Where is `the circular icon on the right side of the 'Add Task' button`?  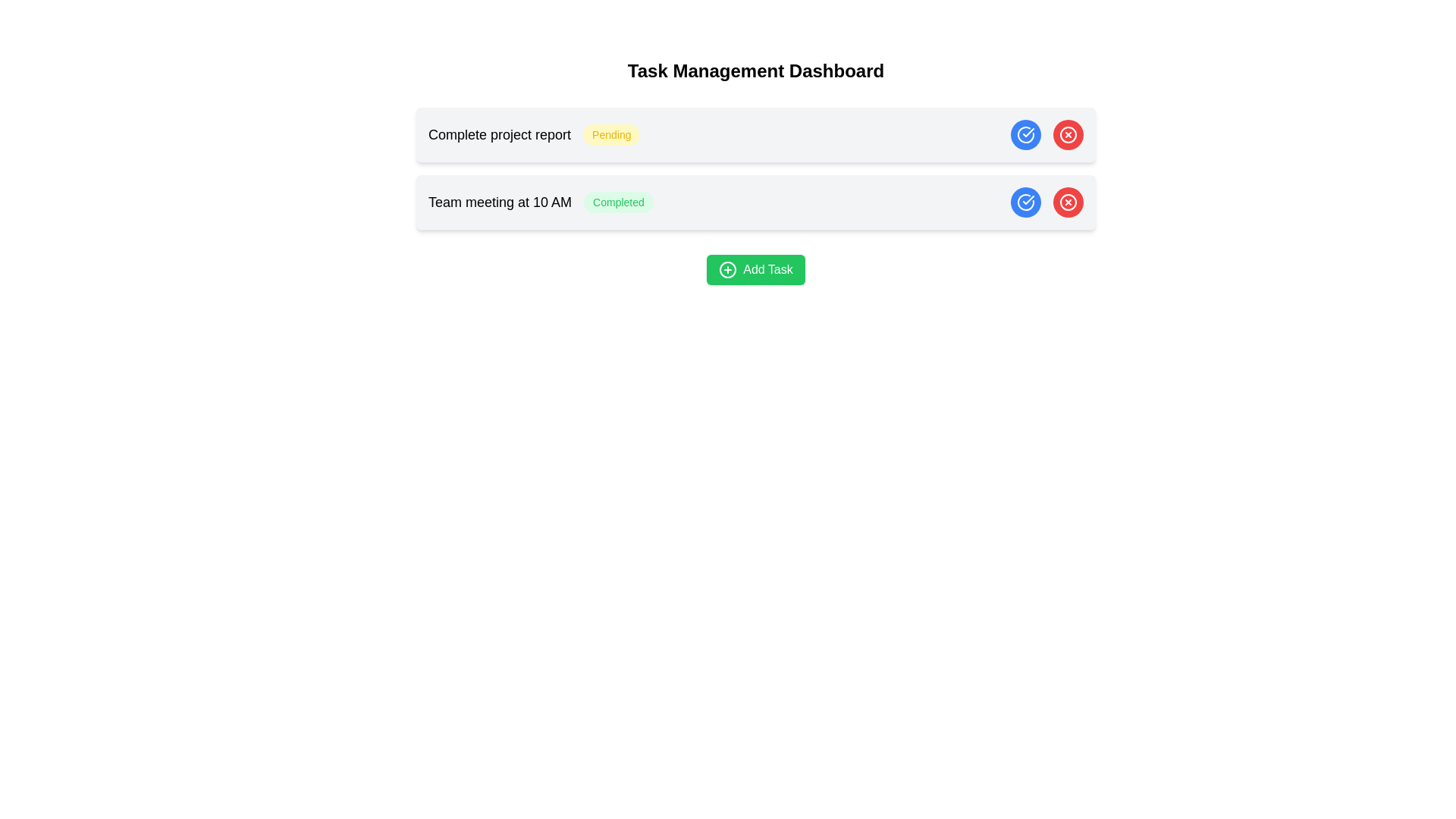
the circular icon on the right side of the 'Add Task' button is located at coordinates (728, 268).